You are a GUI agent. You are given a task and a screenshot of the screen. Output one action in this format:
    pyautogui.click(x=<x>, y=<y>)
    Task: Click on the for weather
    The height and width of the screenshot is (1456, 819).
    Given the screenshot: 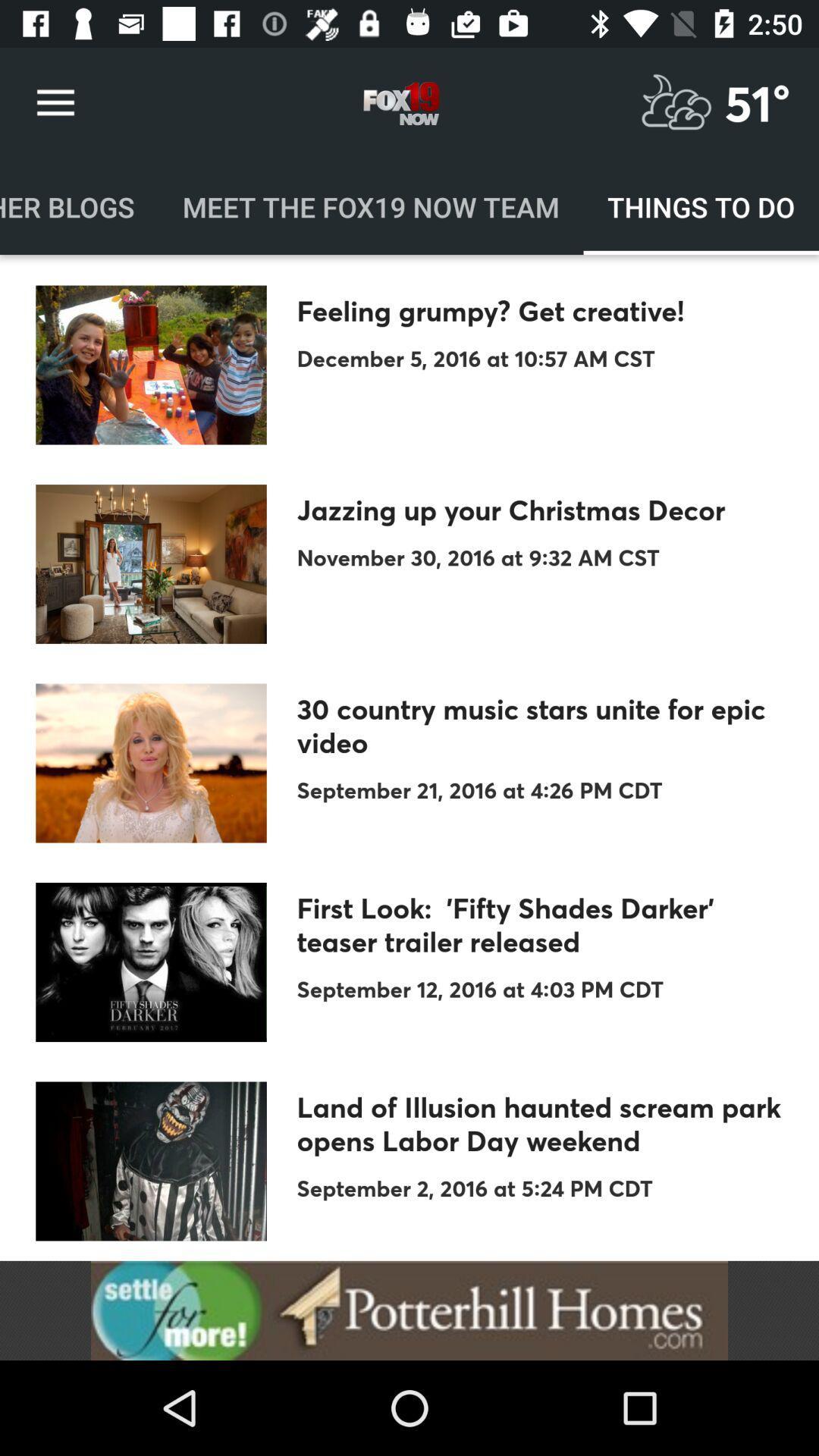 What is the action you would take?
    pyautogui.click(x=676, y=102)
    